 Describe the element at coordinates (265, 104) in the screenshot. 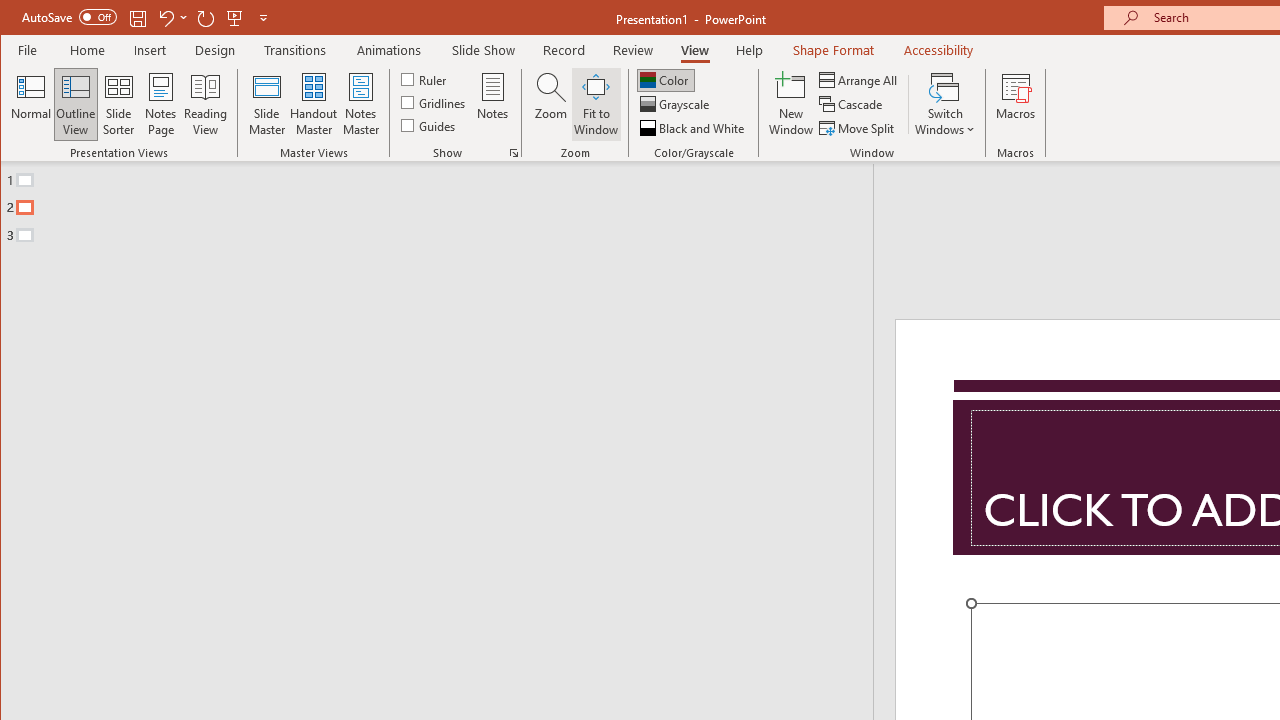

I see `'Slide Master'` at that location.